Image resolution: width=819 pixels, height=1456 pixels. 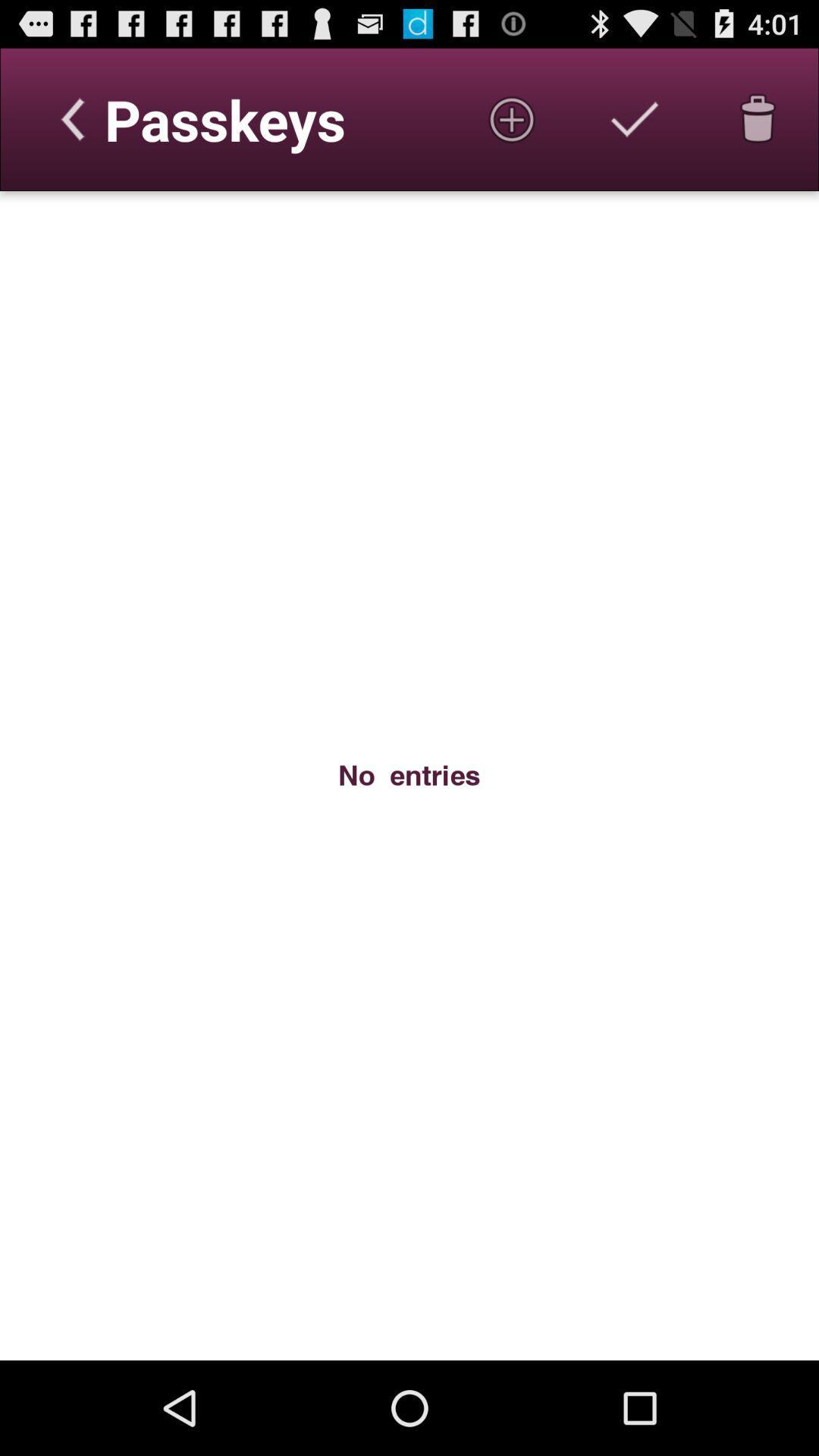 I want to click on or accepted, so click(x=635, y=118).